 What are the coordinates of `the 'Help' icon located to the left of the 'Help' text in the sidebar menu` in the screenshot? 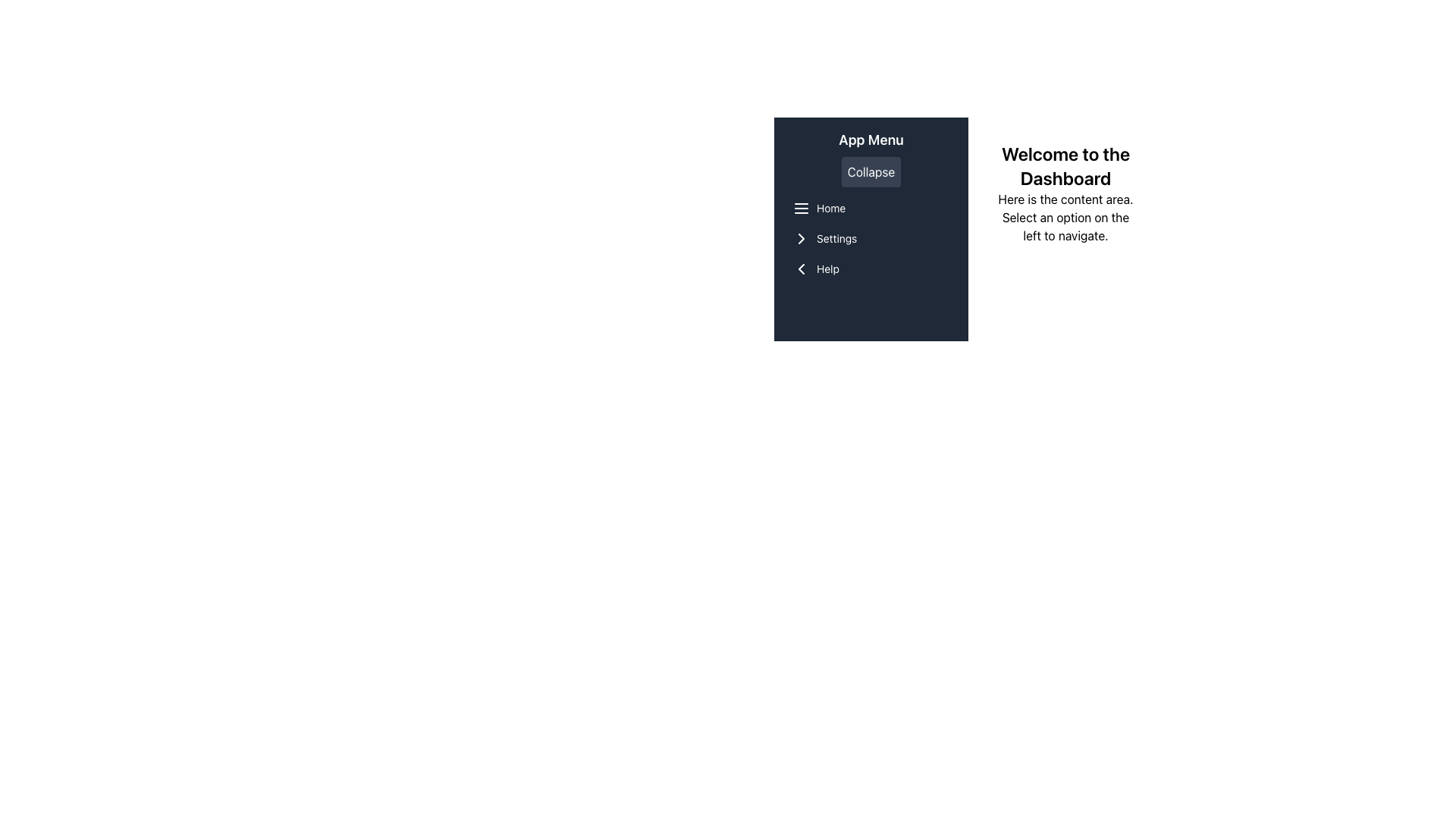 It's located at (800, 268).